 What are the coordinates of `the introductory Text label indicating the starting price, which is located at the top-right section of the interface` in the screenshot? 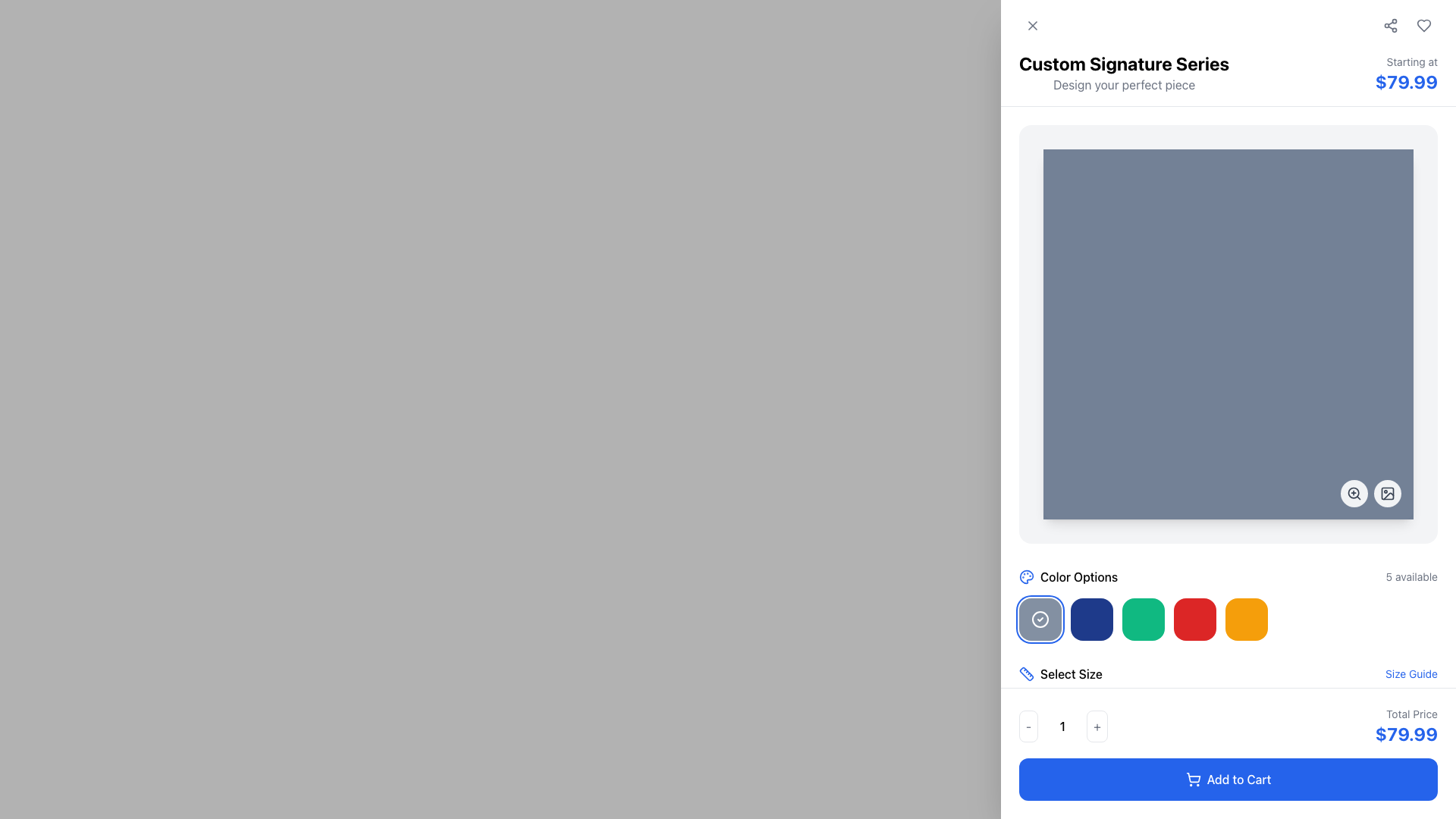 It's located at (1405, 61).